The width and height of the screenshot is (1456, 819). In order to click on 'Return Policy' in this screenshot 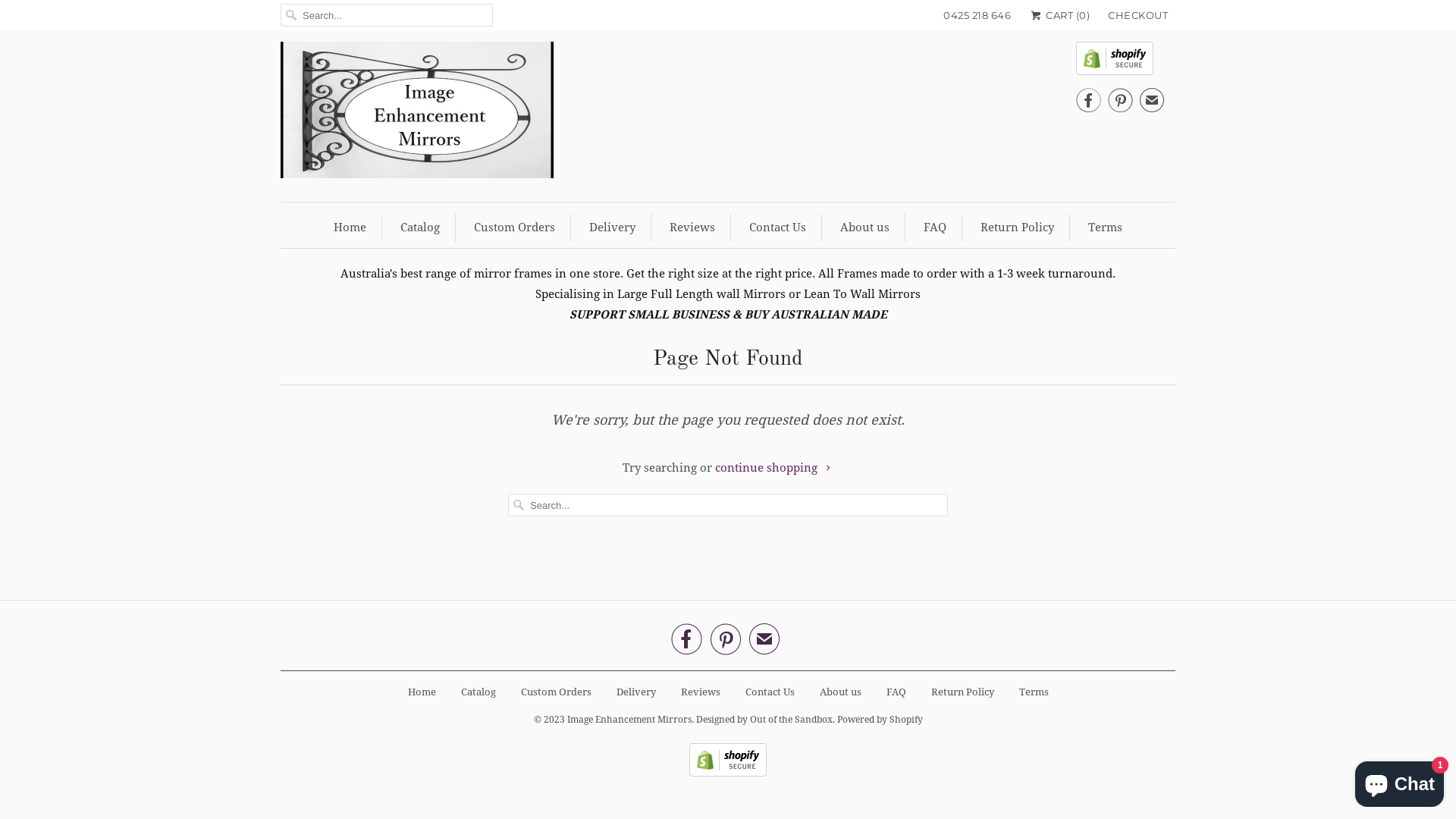, I will do `click(1017, 227)`.